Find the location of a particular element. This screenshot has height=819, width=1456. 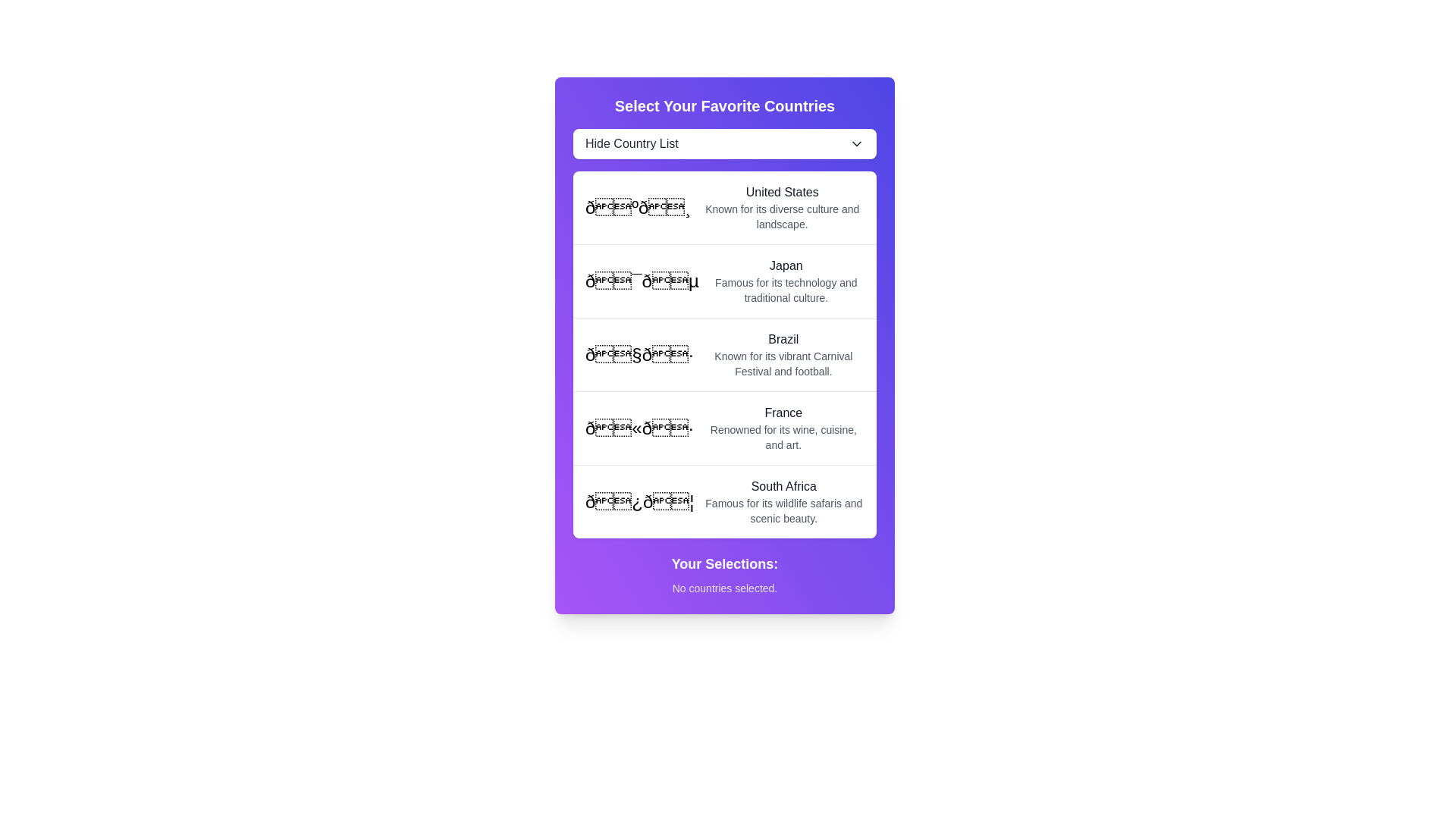

the text label identifying 'South Africa', which serves as a heading for the country description is located at coordinates (783, 486).